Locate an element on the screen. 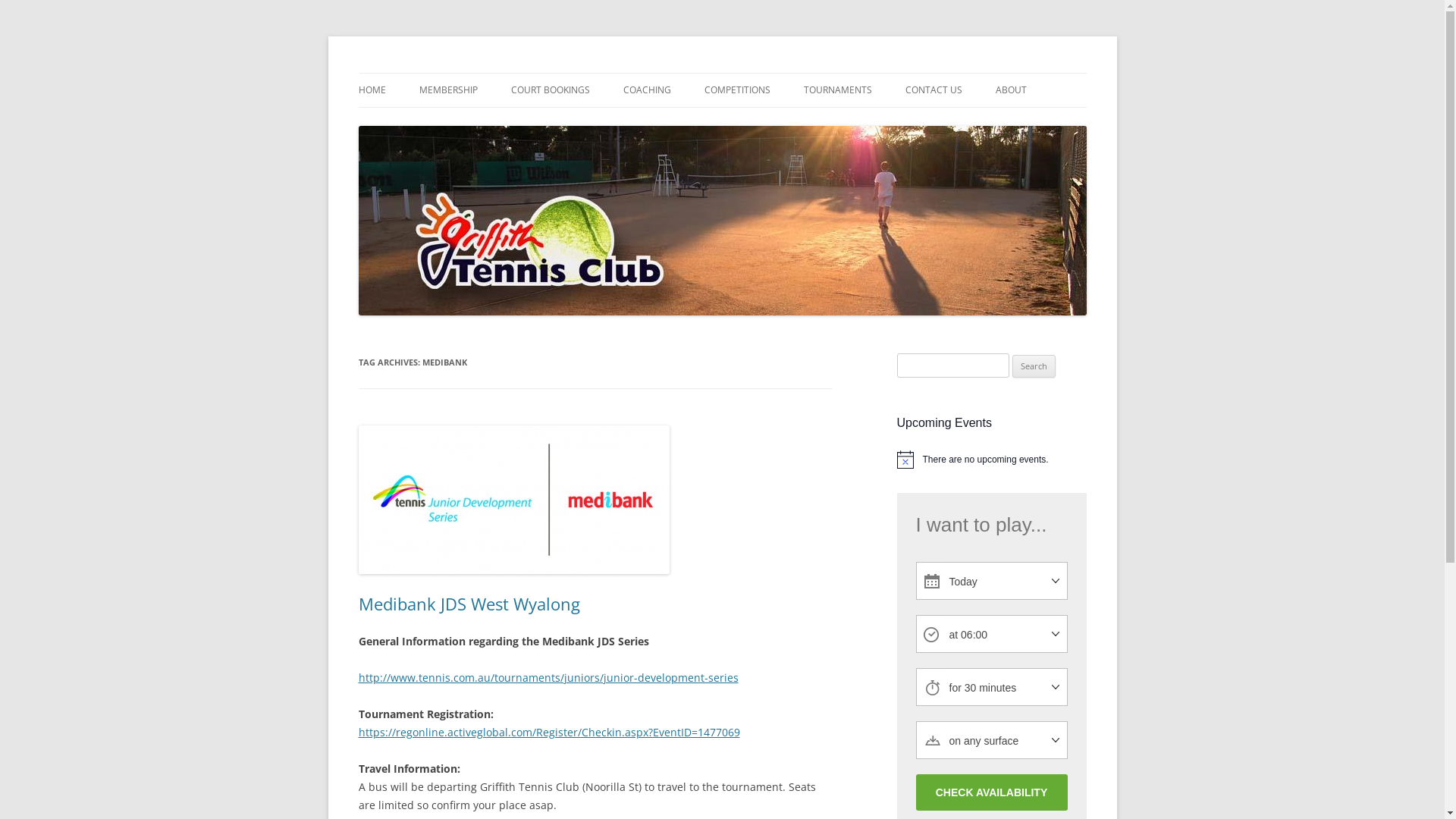 The image size is (1456, 819). 'MEMBERSHIP' is located at coordinates (447, 90).